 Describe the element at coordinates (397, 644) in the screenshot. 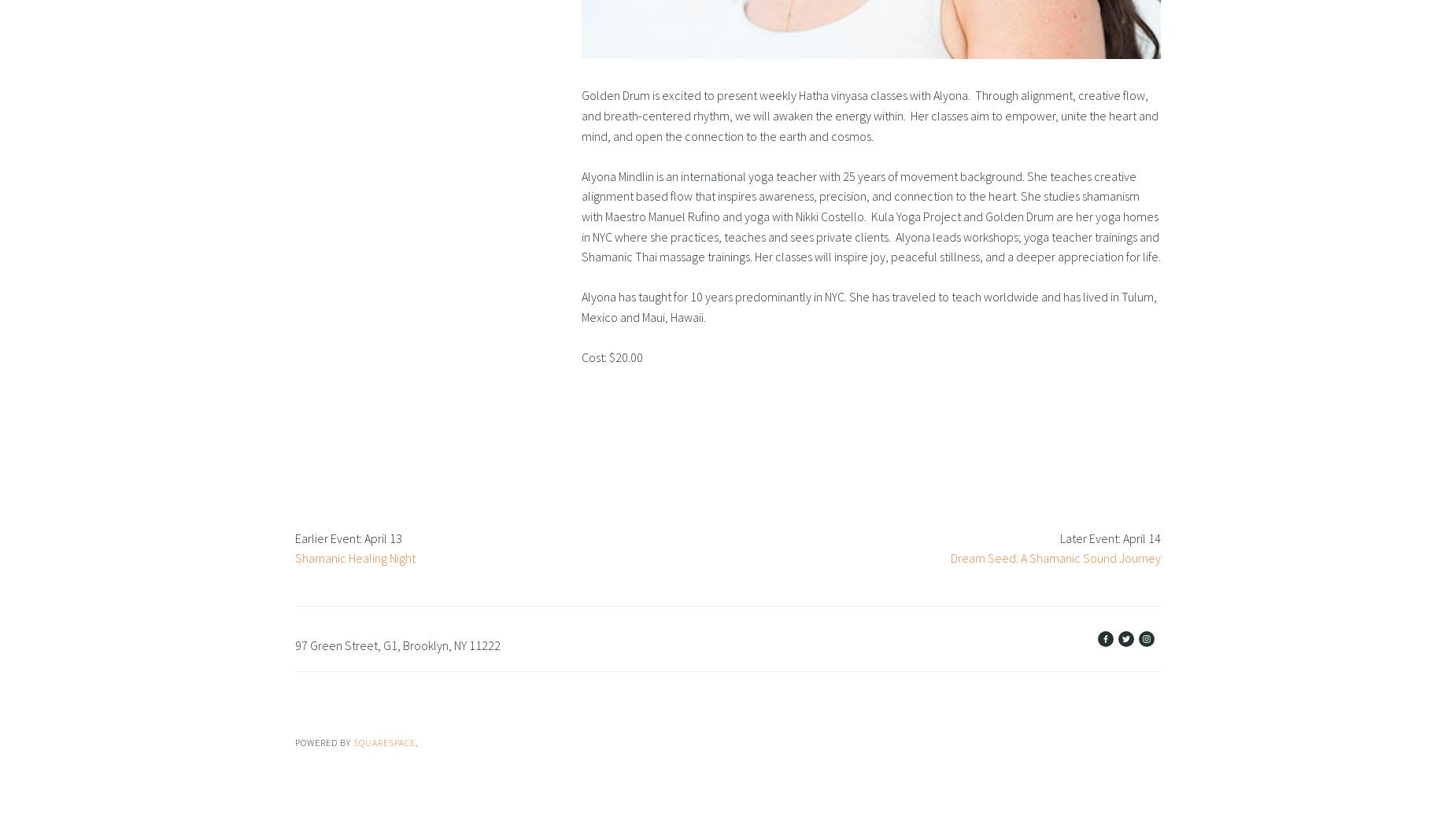

I see `'97 Green Street, G1, Brooklyn, NY 11222'` at that location.